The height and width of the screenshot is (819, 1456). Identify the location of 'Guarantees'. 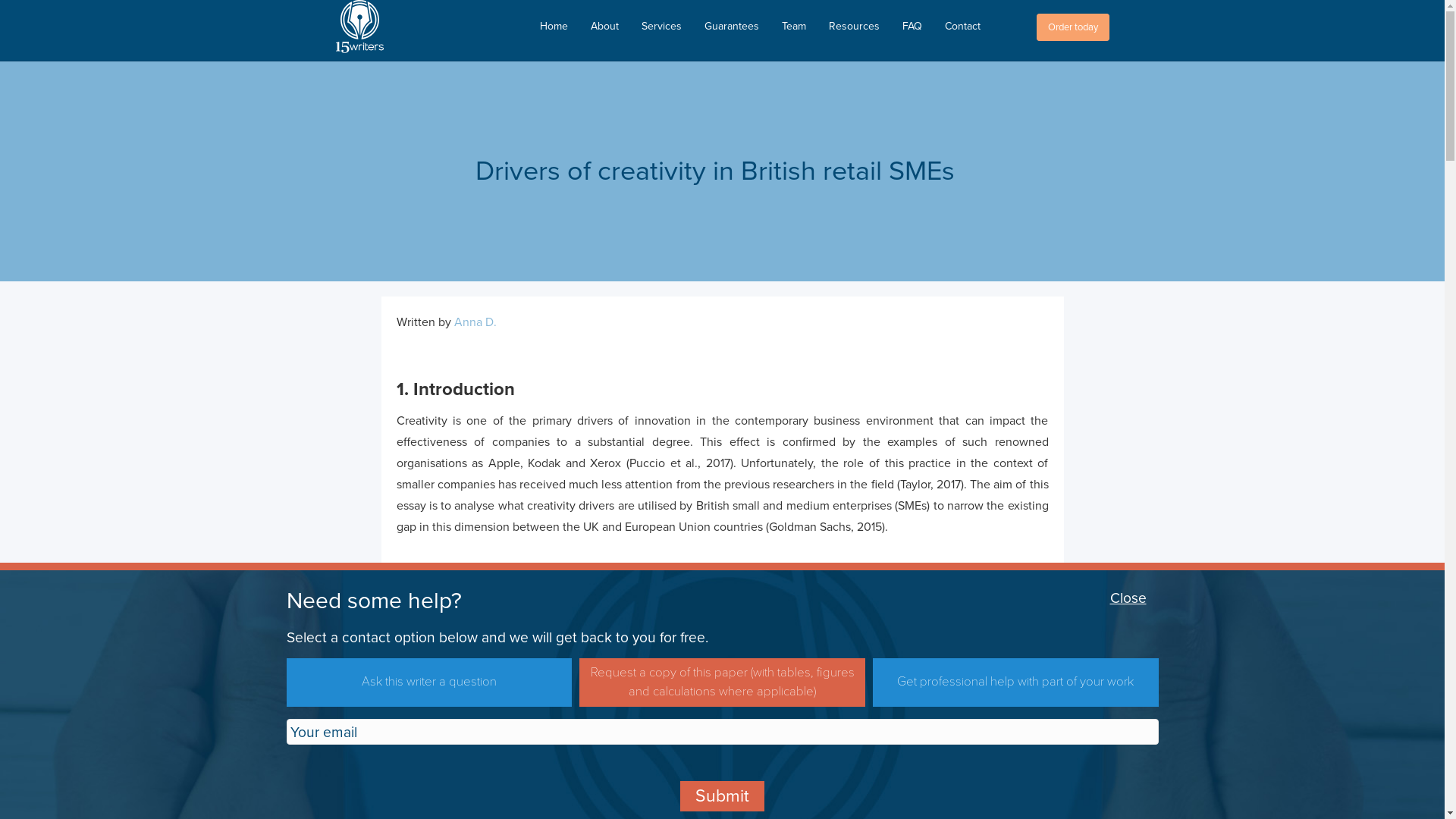
(731, 26).